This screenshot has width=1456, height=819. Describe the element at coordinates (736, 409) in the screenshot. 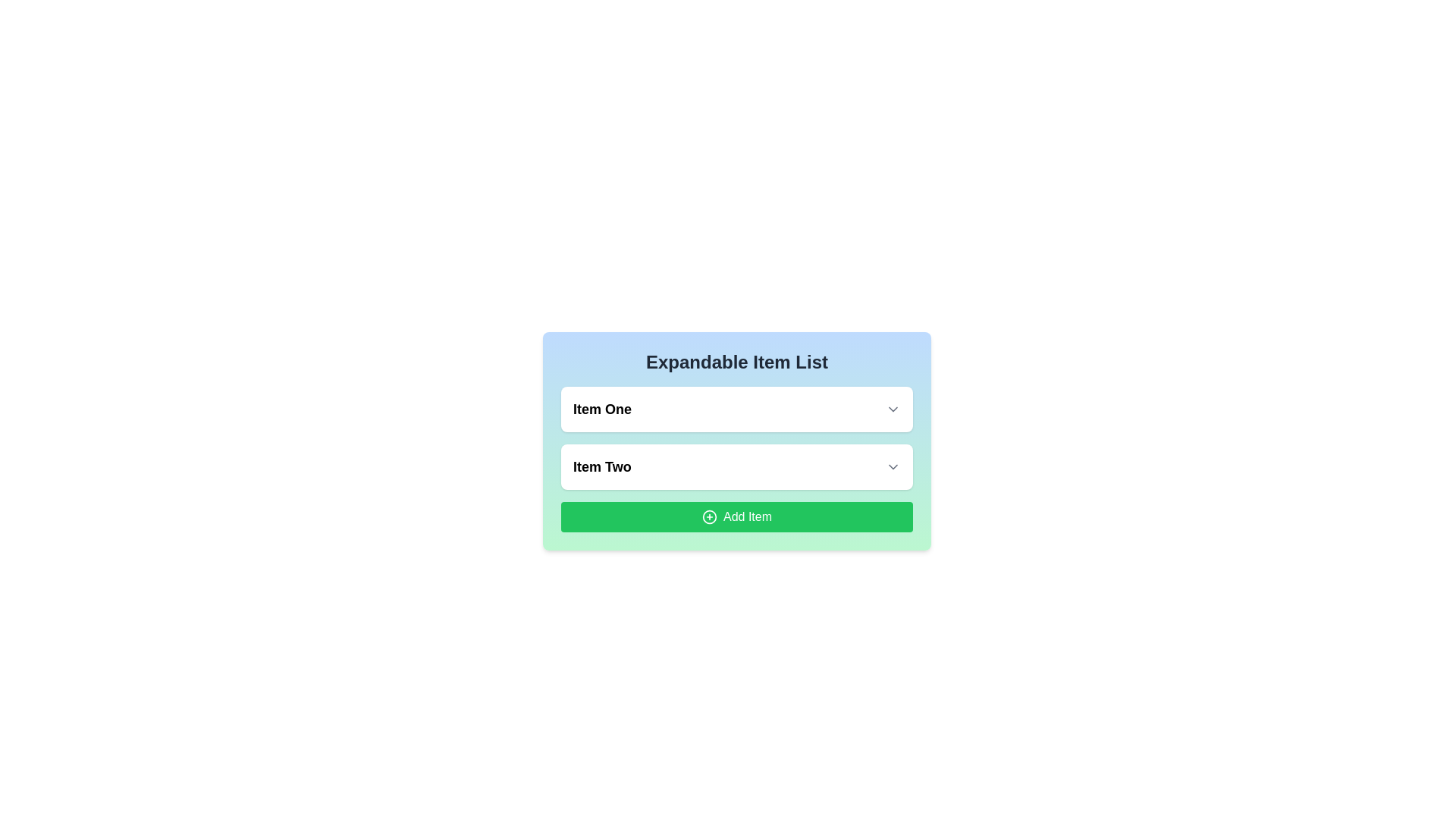

I see `the dropdown menu item labeled 'Item One'` at that location.